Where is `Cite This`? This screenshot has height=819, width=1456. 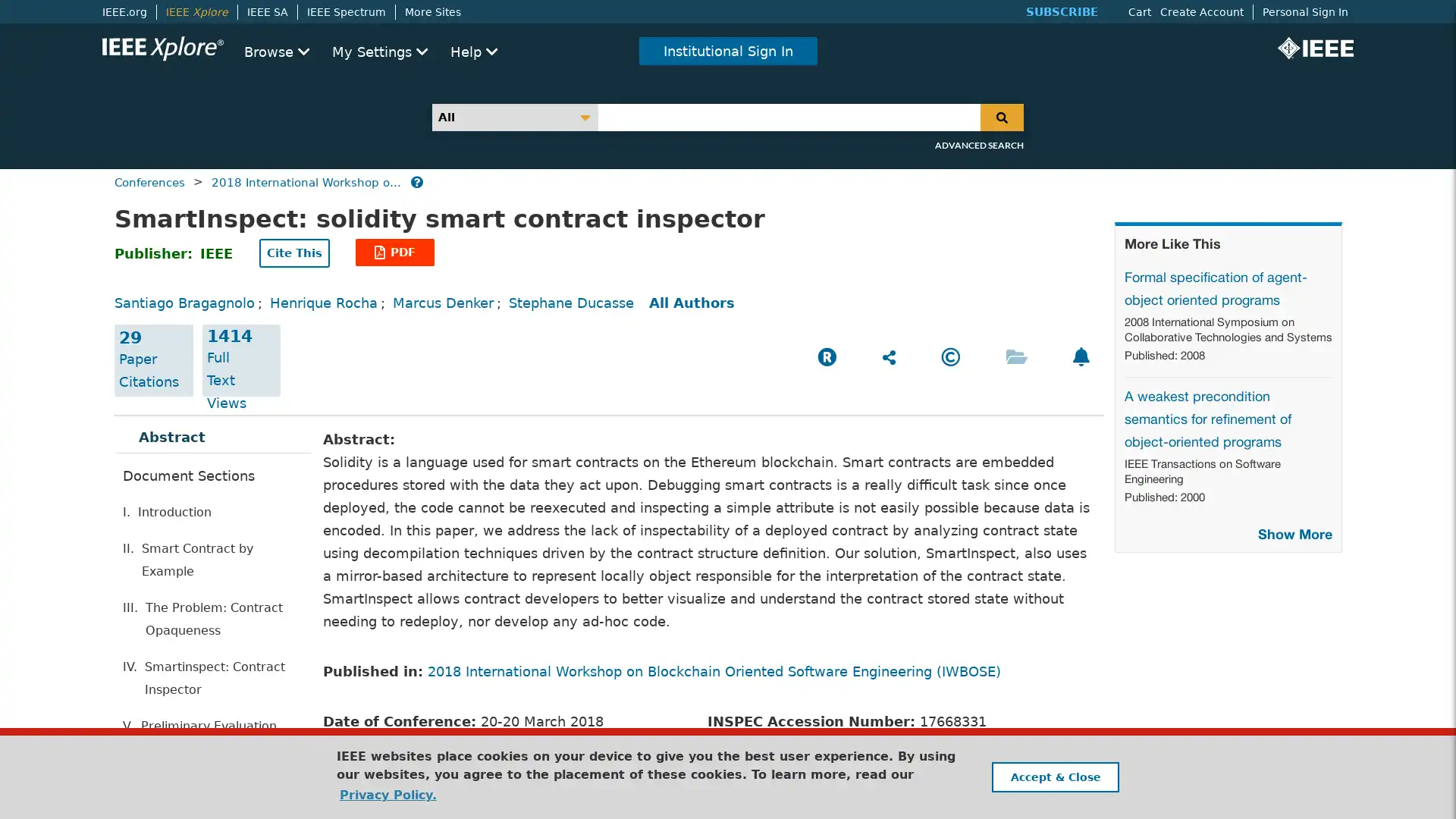 Cite This is located at coordinates (294, 253).